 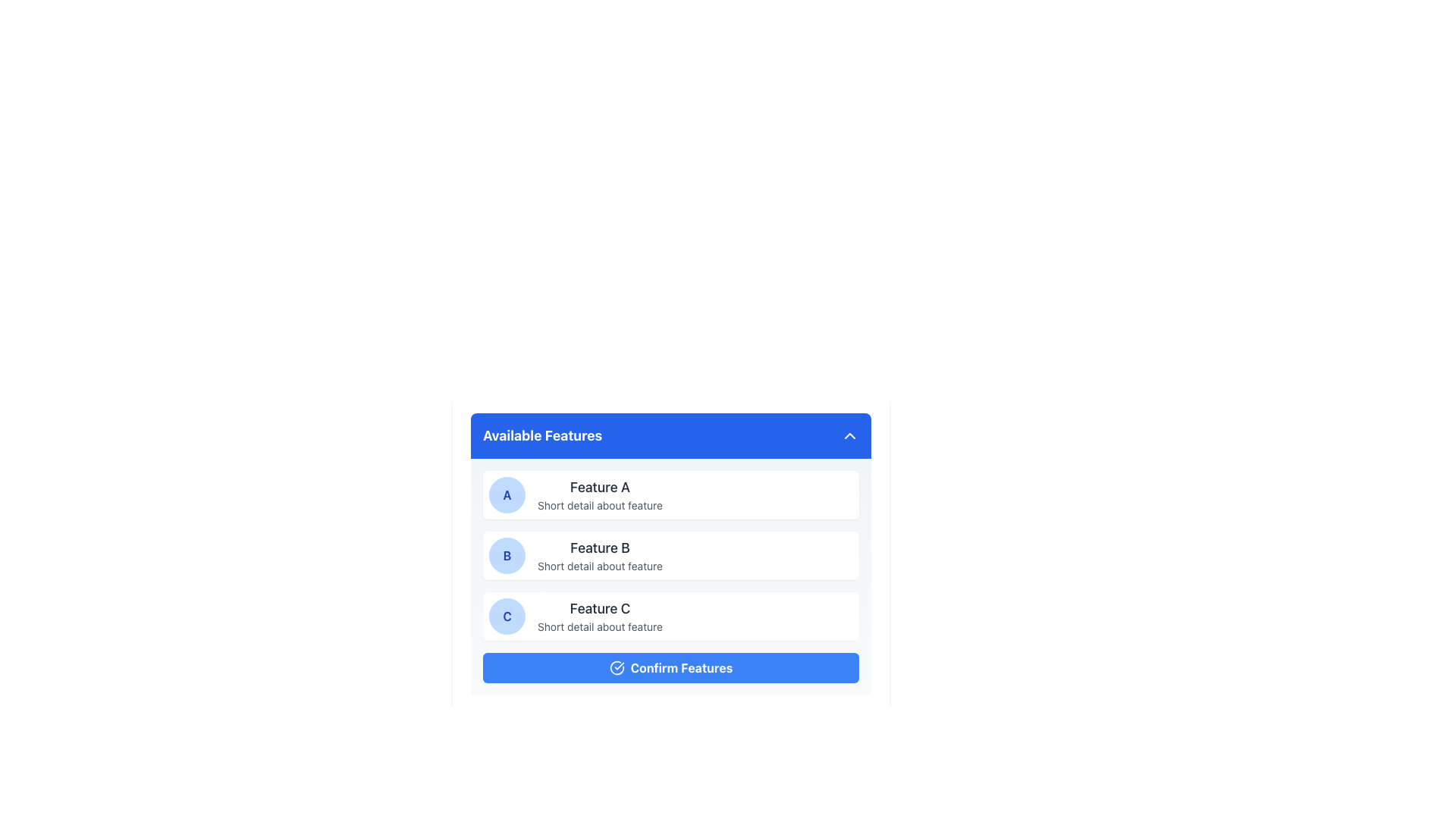 What do you see at coordinates (599, 488) in the screenshot?
I see `the text label reading 'Feature A', which is styled with a medium font size and dark gray color, located near the top center of the feature list interface` at bounding box center [599, 488].